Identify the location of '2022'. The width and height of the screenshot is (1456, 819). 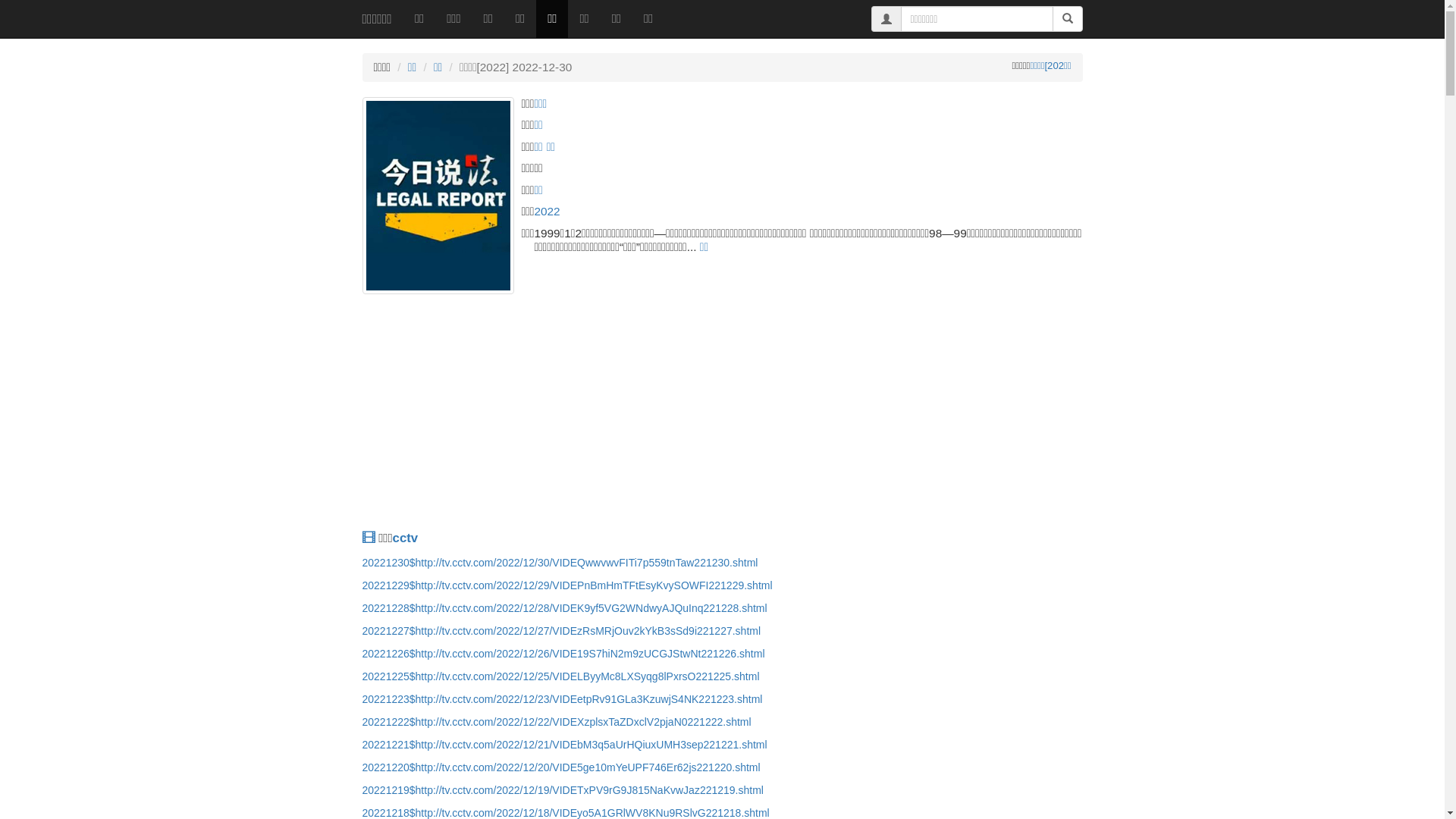
(546, 211).